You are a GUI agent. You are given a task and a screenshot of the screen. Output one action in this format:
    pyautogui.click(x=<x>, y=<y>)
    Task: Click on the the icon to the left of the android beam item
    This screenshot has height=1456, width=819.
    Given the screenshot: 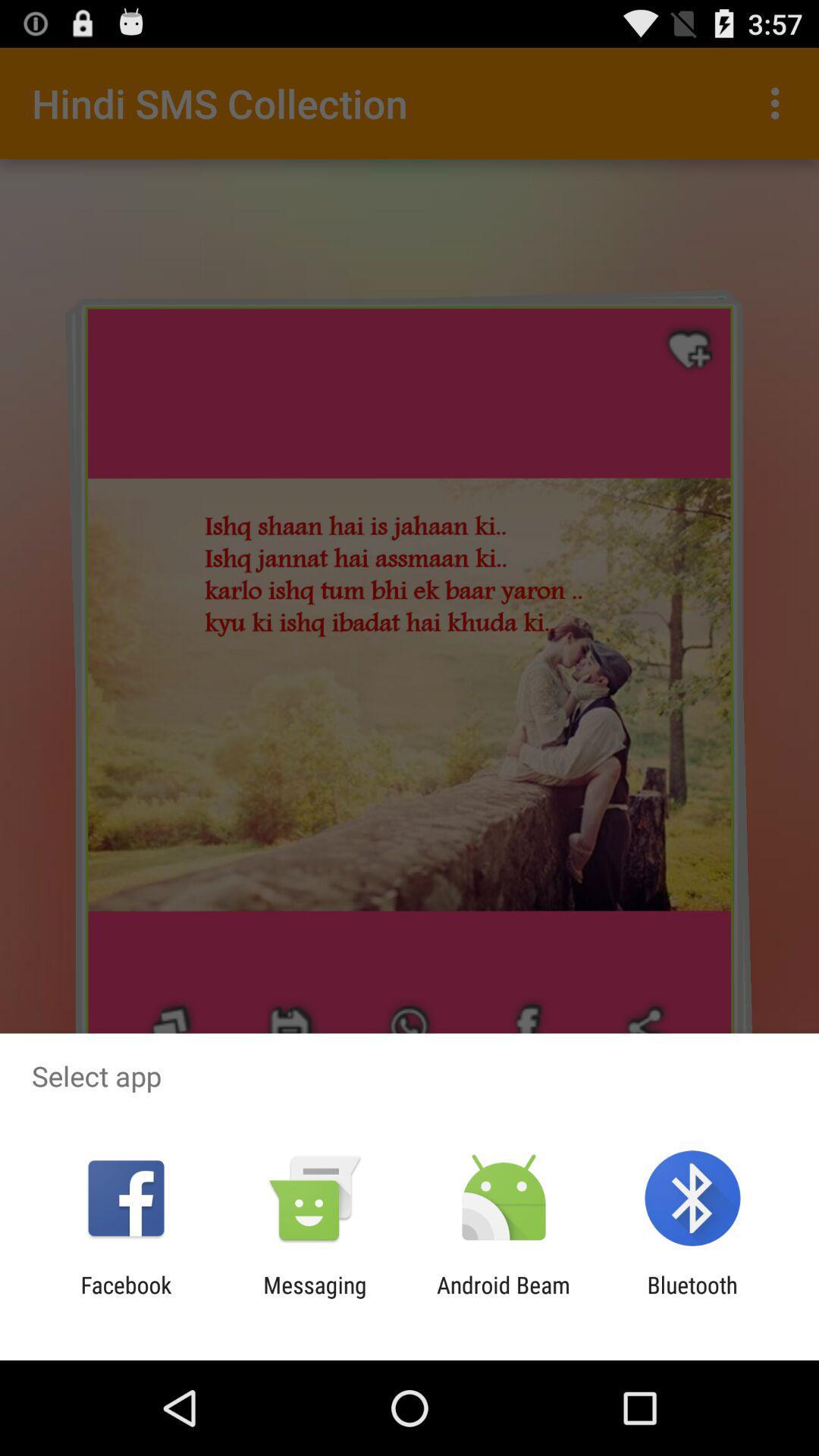 What is the action you would take?
    pyautogui.click(x=314, y=1298)
    